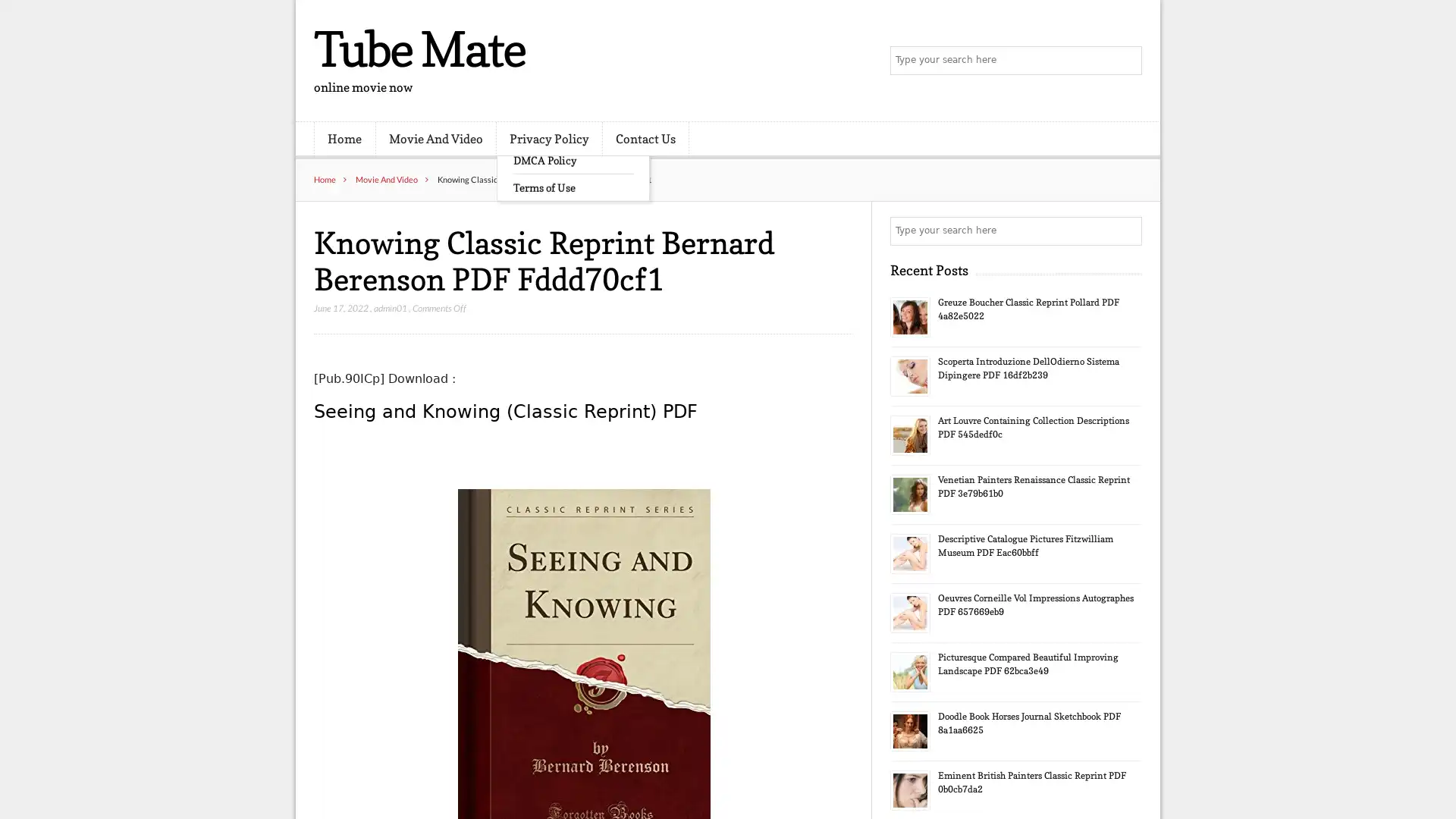  What do you see at coordinates (1126, 61) in the screenshot?
I see `Search` at bounding box center [1126, 61].